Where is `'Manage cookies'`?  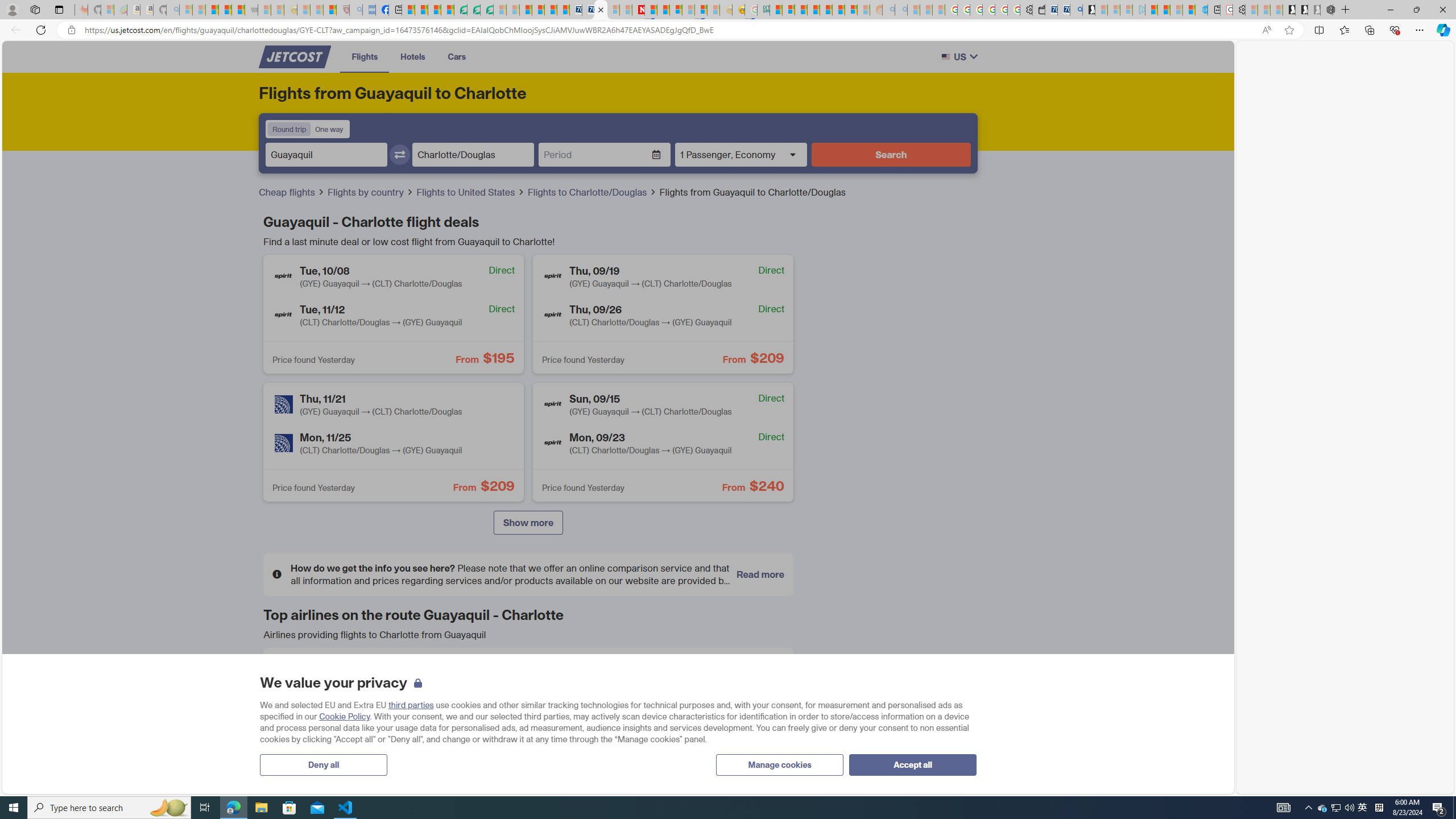 'Manage cookies' is located at coordinates (779, 764).